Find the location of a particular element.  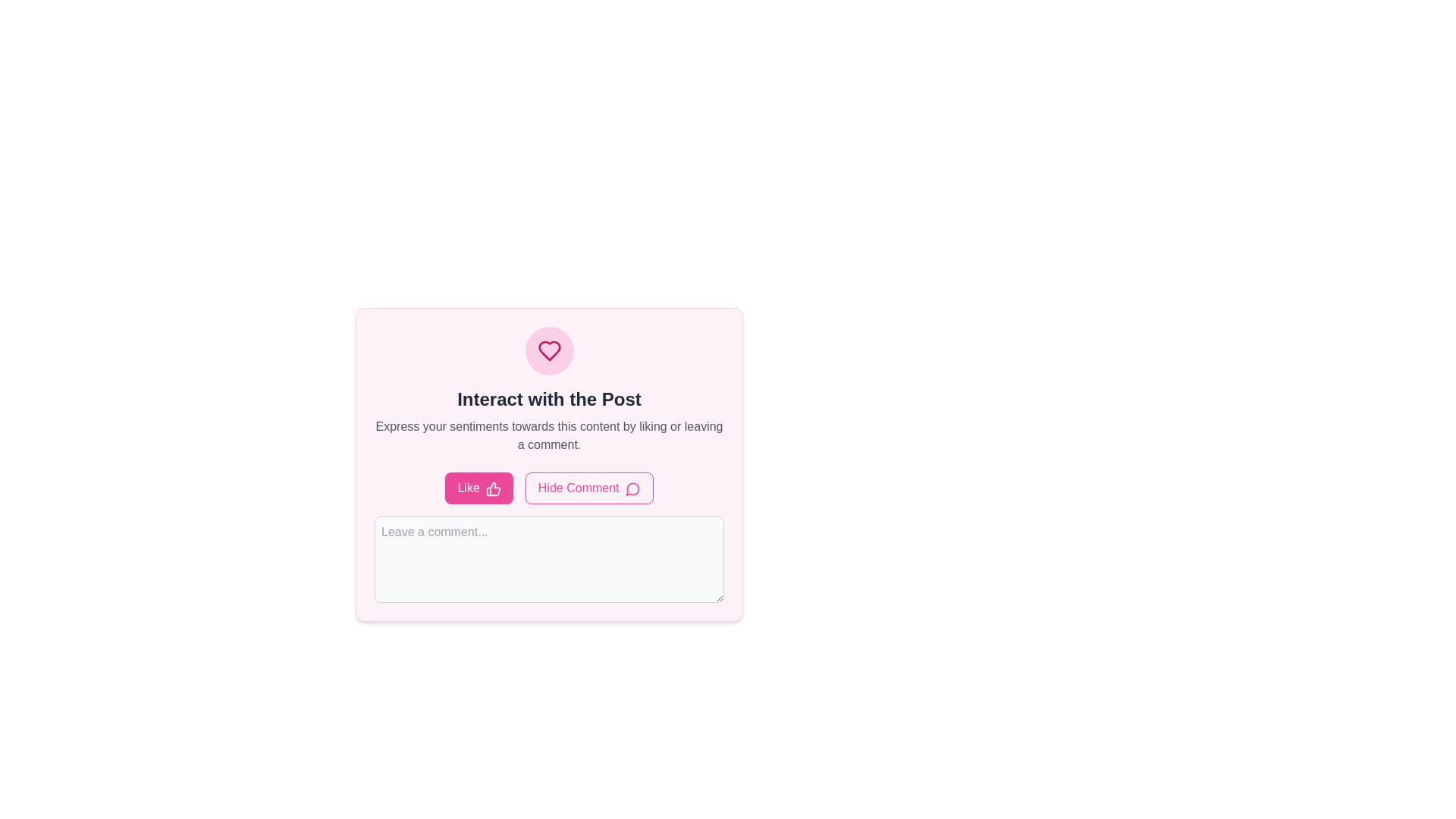

the 'Hide Comment' button, which is the right button in the button group, to hide the comments section is located at coordinates (548, 488).